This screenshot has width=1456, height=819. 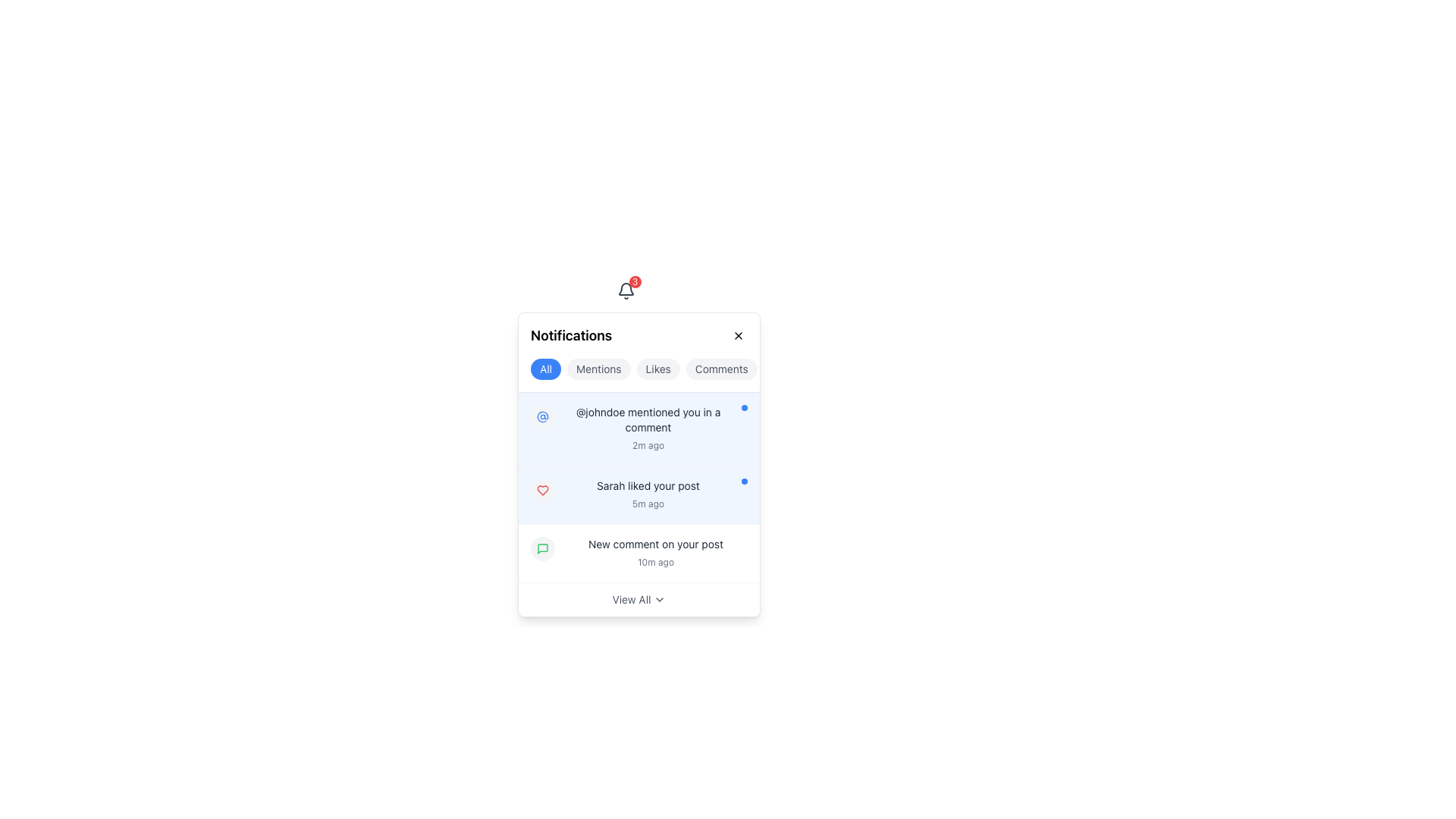 What do you see at coordinates (648, 504) in the screenshot?
I see `text label indicating the time elapsed since the notification about 'Sarah liked your post' occurred, which is horizontally centered under that notification` at bounding box center [648, 504].